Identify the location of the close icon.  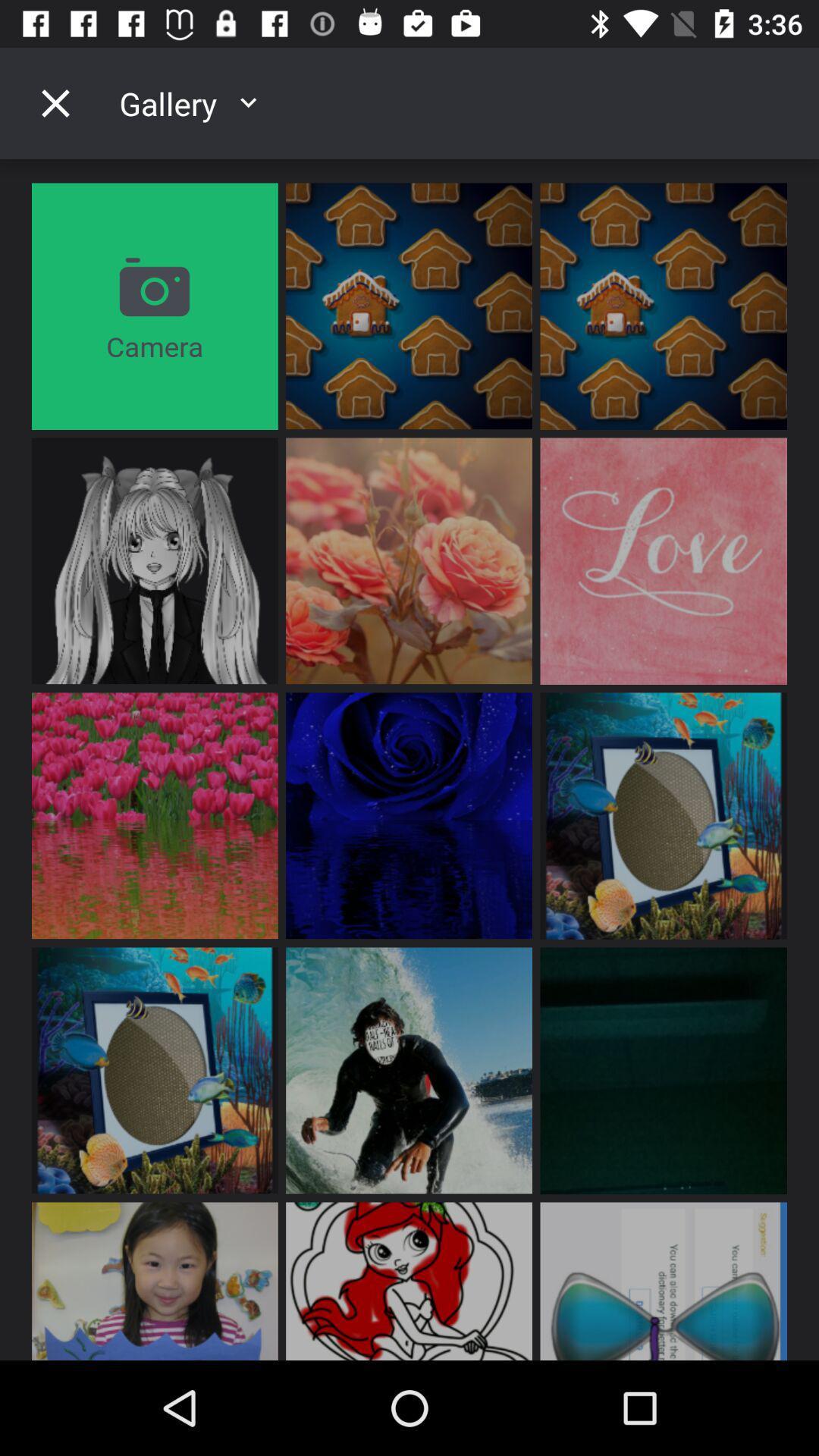
(55, 102).